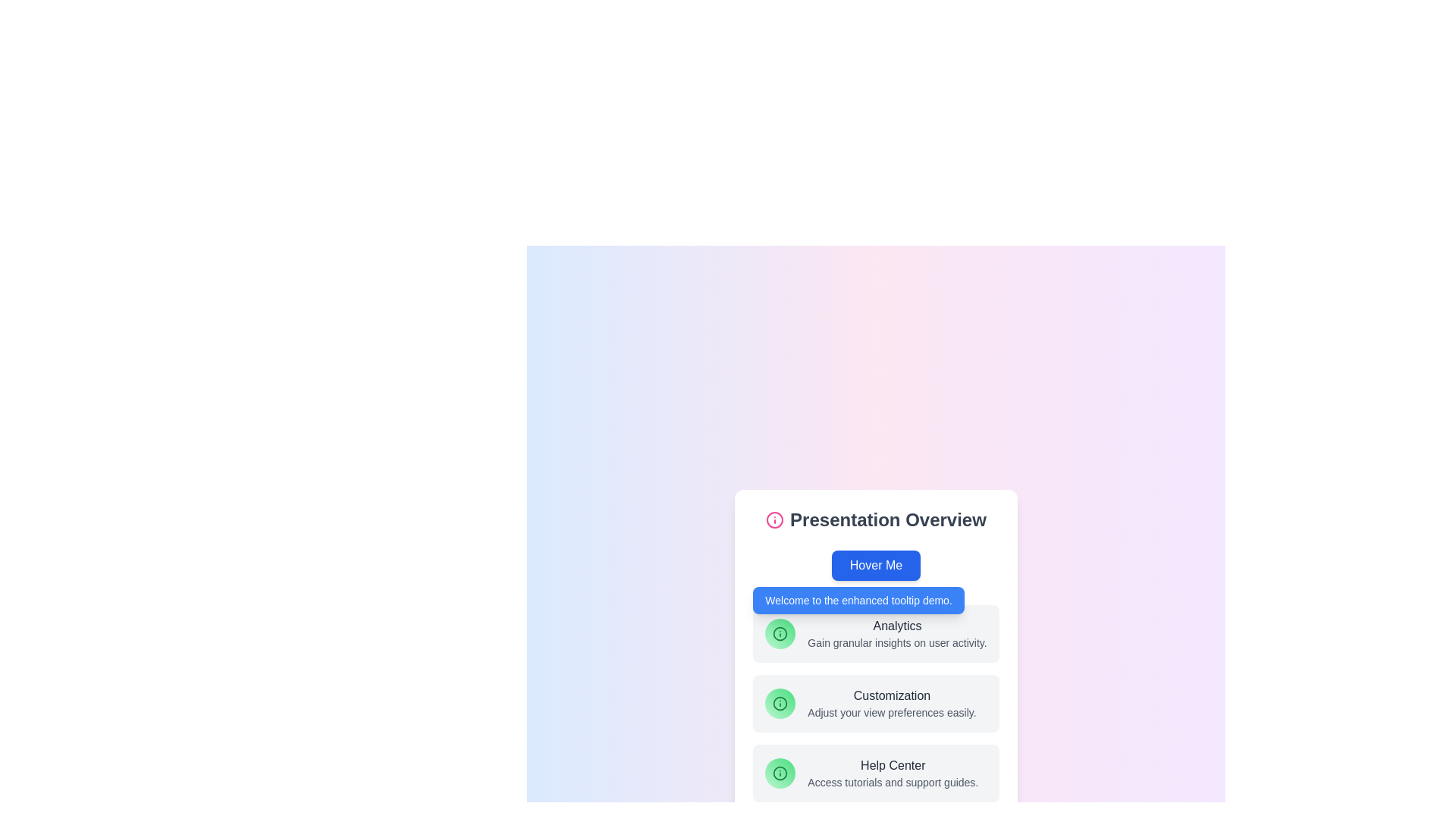 This screenshot has height=819, width=1456. What do you see at coordinates (780, 634) in the screenshot?
I see `the filled circle SVG element that is part of the circular icon located to the left of the 'Analytics' label` at bounding box center [780, 634].